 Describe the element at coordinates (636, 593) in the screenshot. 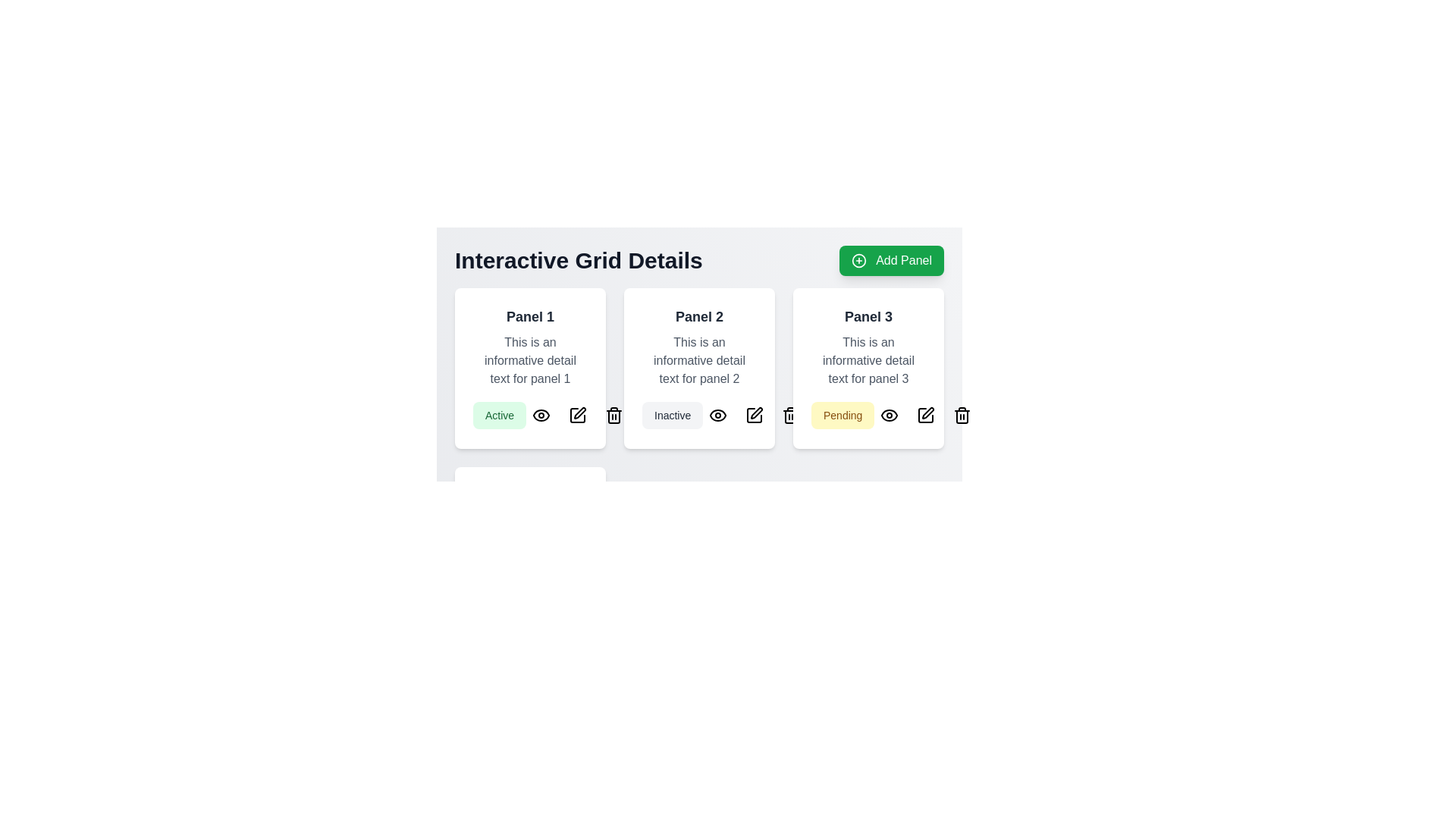

I see `the delete button located at the bottom-right of 'Panel 3'` at that location.